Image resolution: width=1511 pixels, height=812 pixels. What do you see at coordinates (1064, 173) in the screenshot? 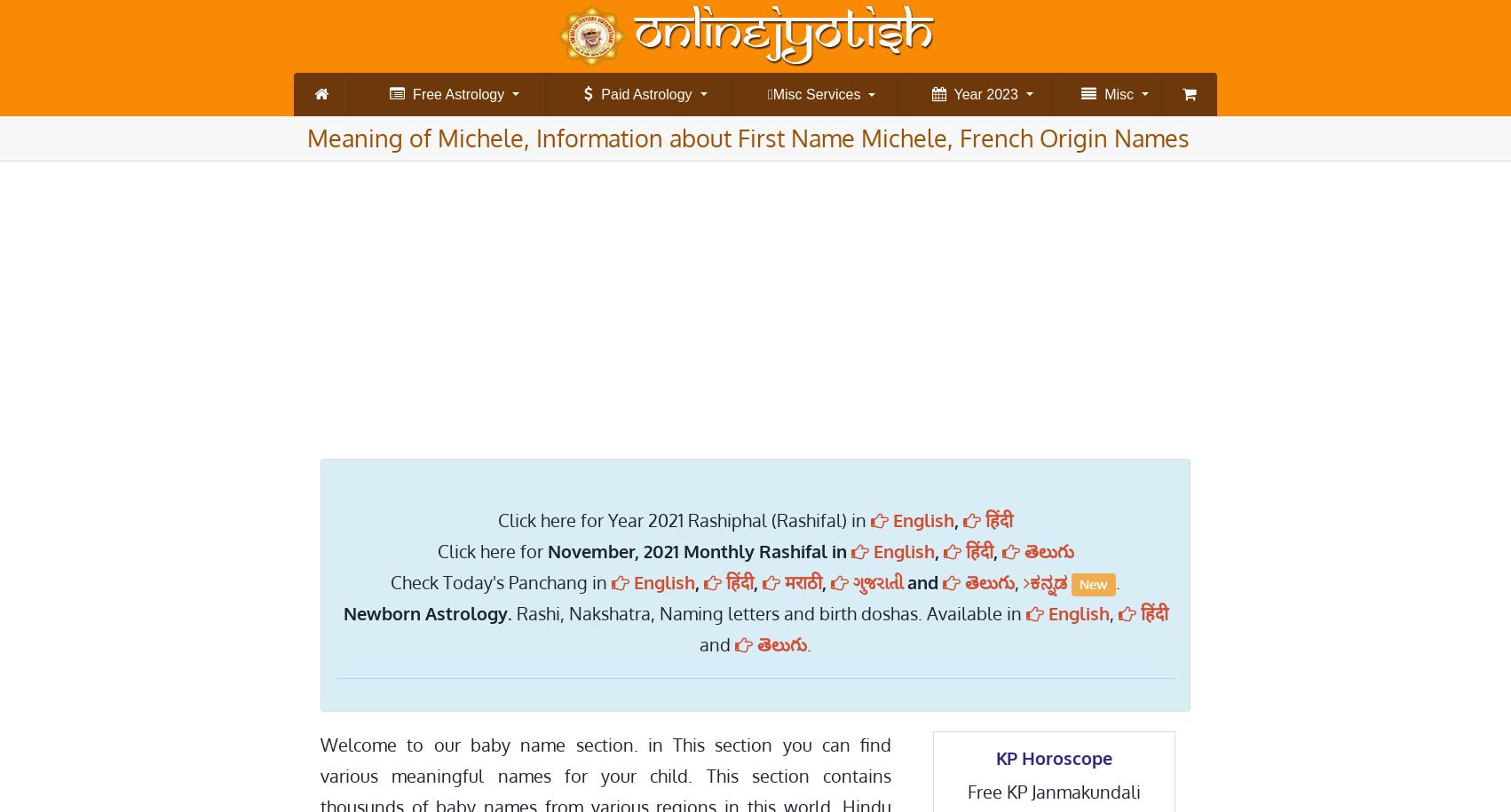
I see `'2023 राशि भविष्य'` at bounding box center [1064, 173].